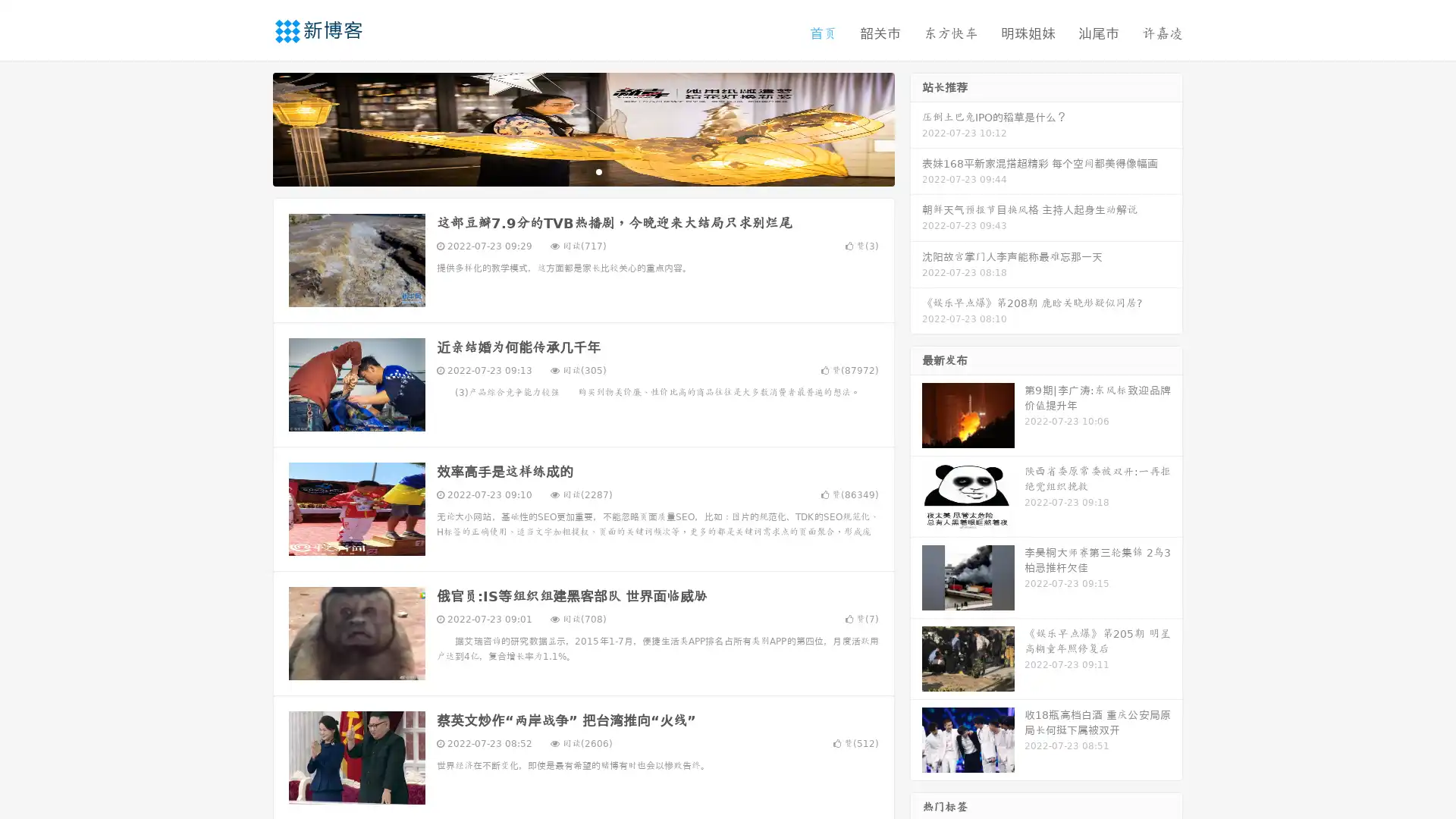  I want to click on Go to slide 1, so click(567, 171).